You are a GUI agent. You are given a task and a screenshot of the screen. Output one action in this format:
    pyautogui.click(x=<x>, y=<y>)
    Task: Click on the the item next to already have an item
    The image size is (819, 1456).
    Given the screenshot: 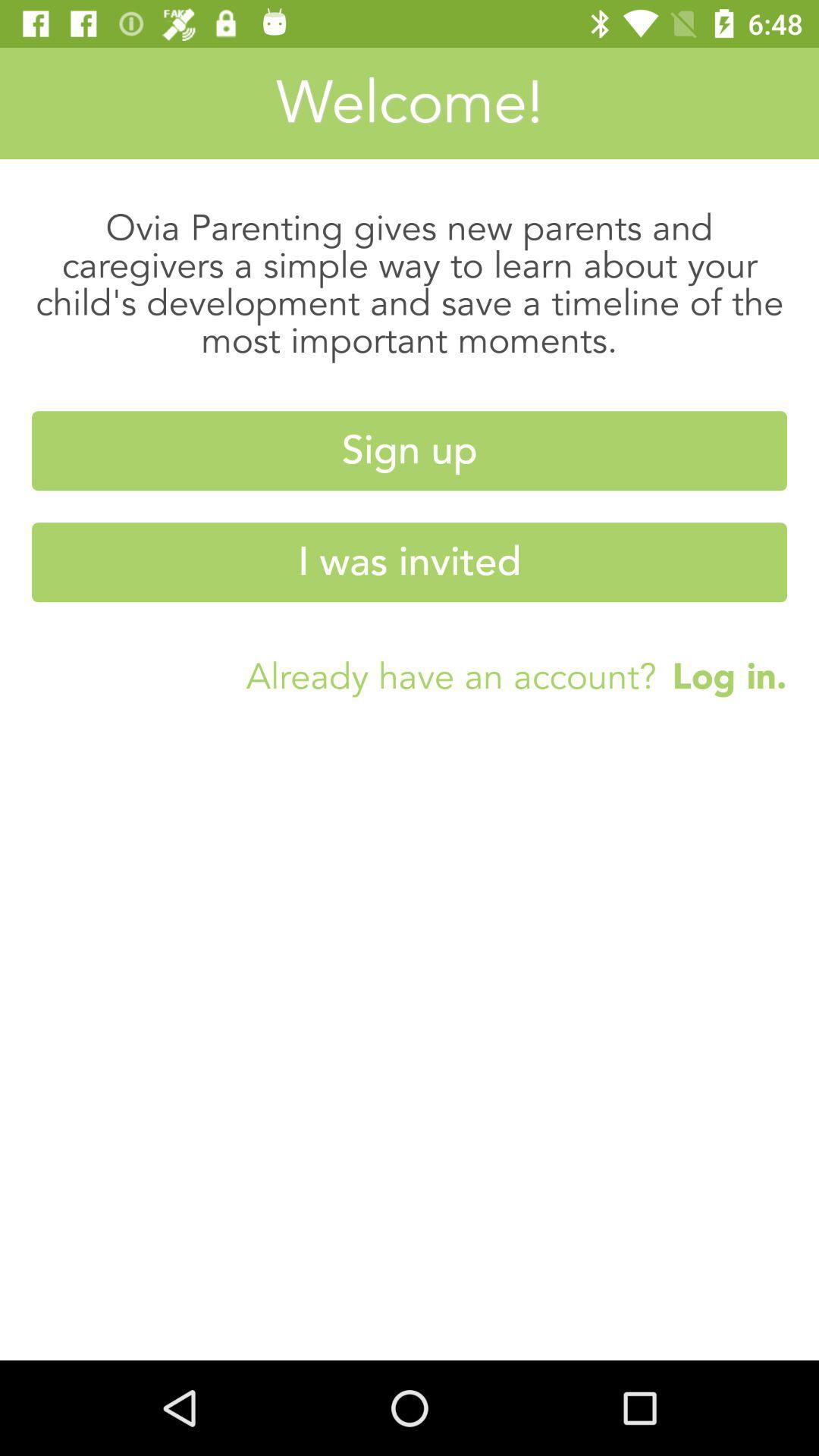 What is the action you would take?
    pyautogui.click(x=720, y=675)
    